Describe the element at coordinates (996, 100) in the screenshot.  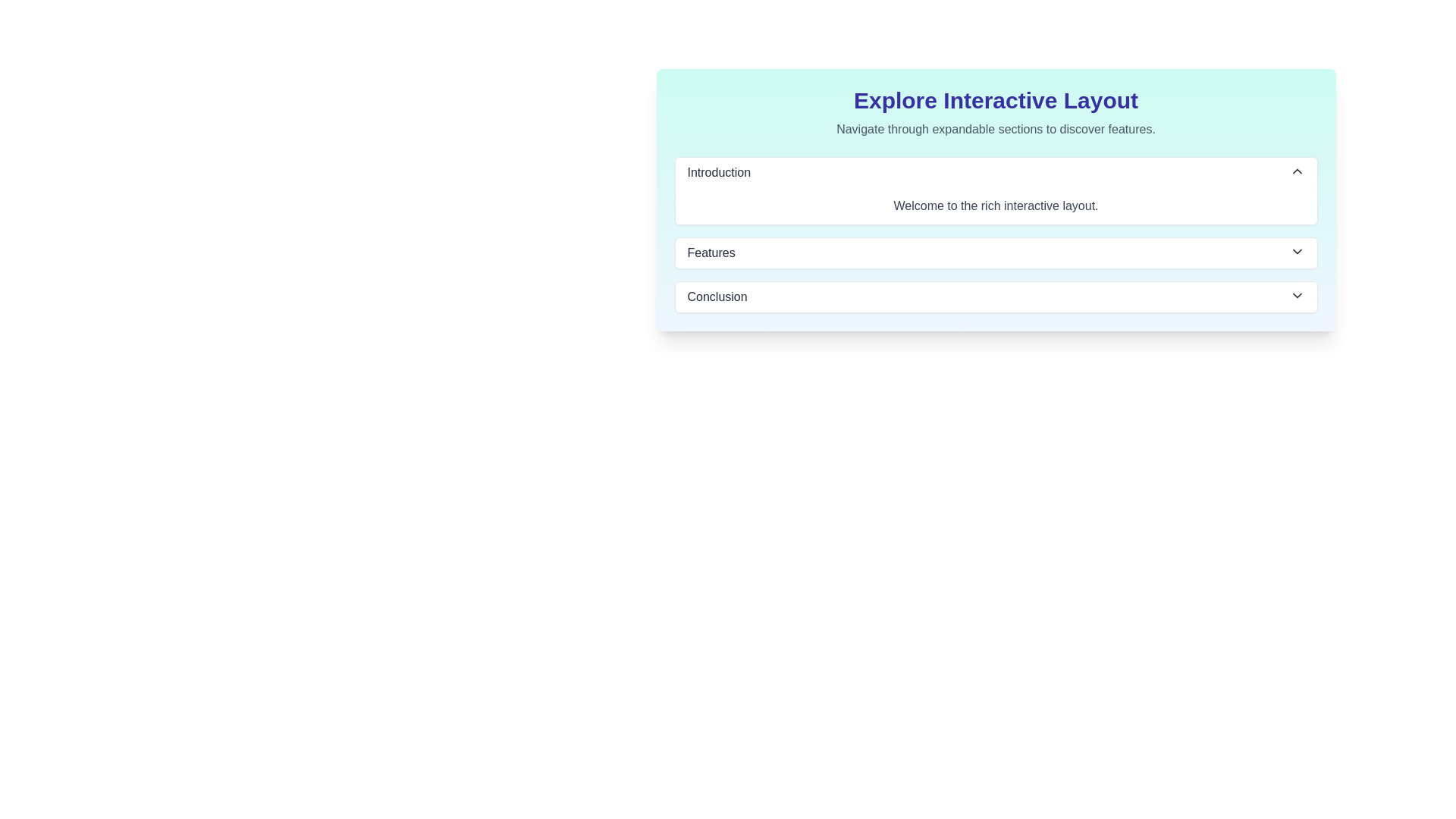
I see `the header text element displaying 'Explore Interactive Layout', which is prominently styled in bold indigo on a light cyan background, located at the top-center of its section` at that location.